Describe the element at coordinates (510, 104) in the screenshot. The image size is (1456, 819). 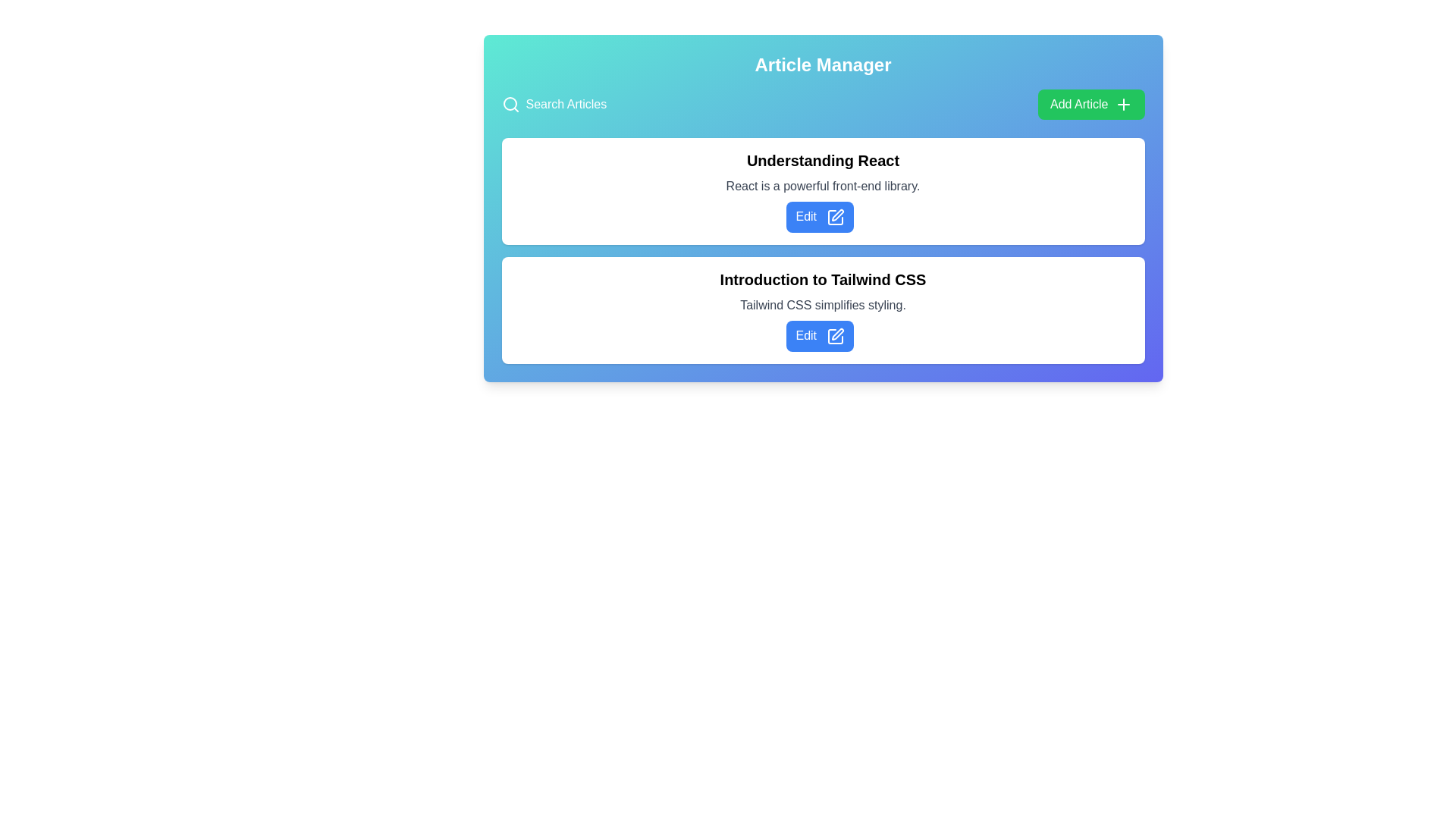
I see `the magnifying glass icon representing the search function located in the top-left section of the 'Article Manager' card` at that location.